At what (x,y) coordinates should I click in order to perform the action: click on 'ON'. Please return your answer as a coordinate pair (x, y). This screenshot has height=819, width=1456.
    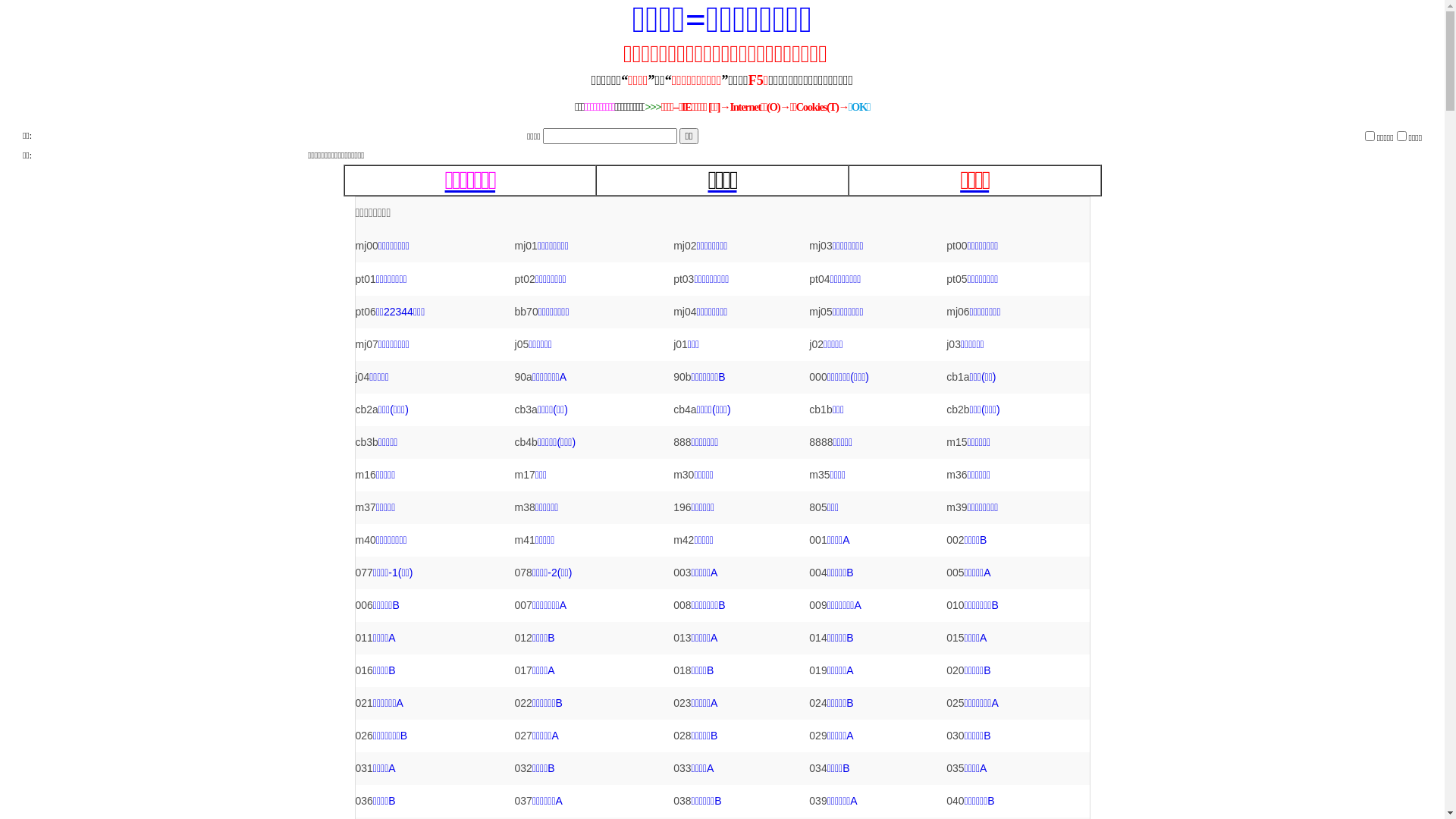
    Looking at the image, I should click on (1370, 134).